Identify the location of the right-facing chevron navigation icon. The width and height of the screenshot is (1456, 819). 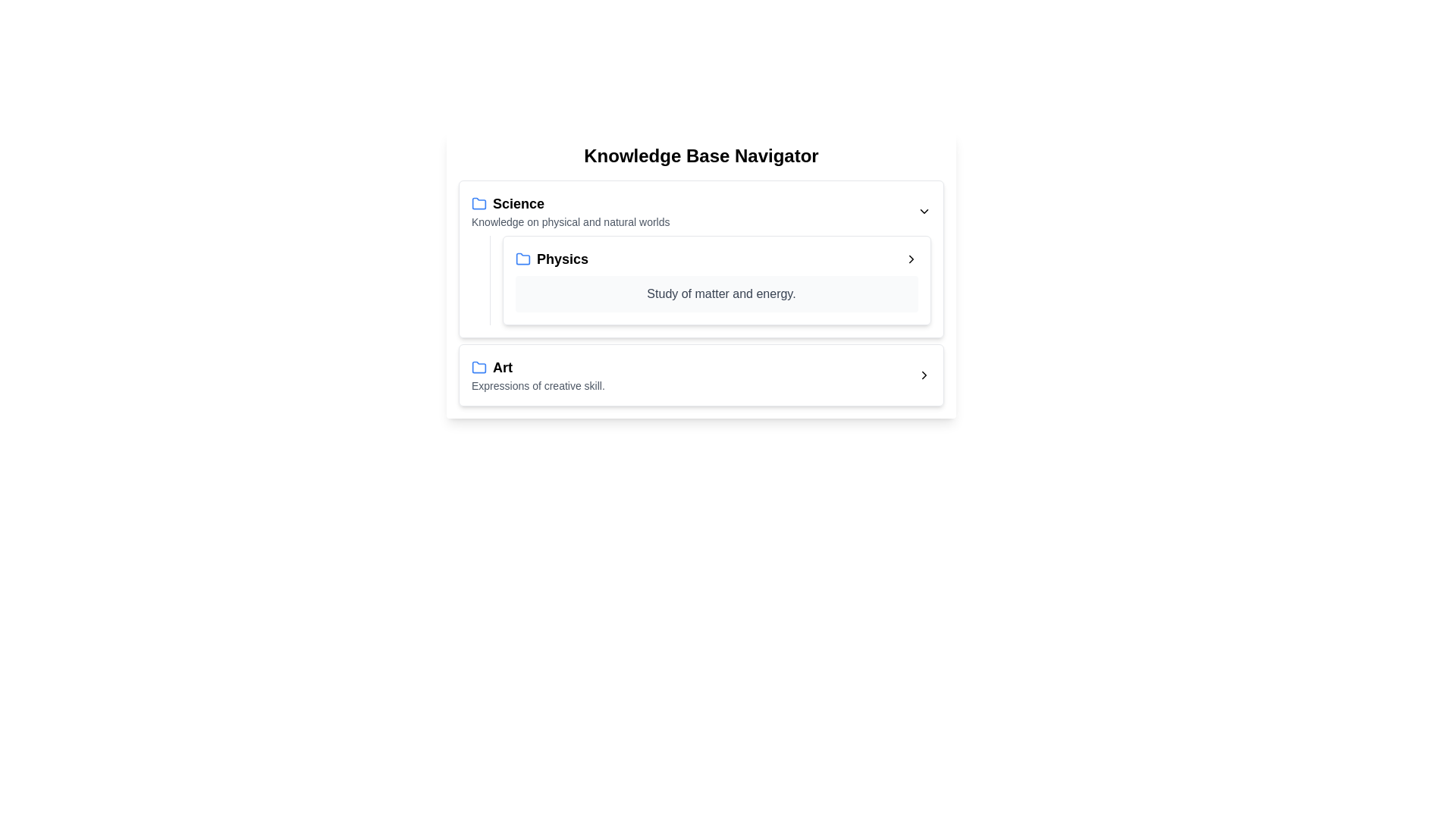
(910, 259).